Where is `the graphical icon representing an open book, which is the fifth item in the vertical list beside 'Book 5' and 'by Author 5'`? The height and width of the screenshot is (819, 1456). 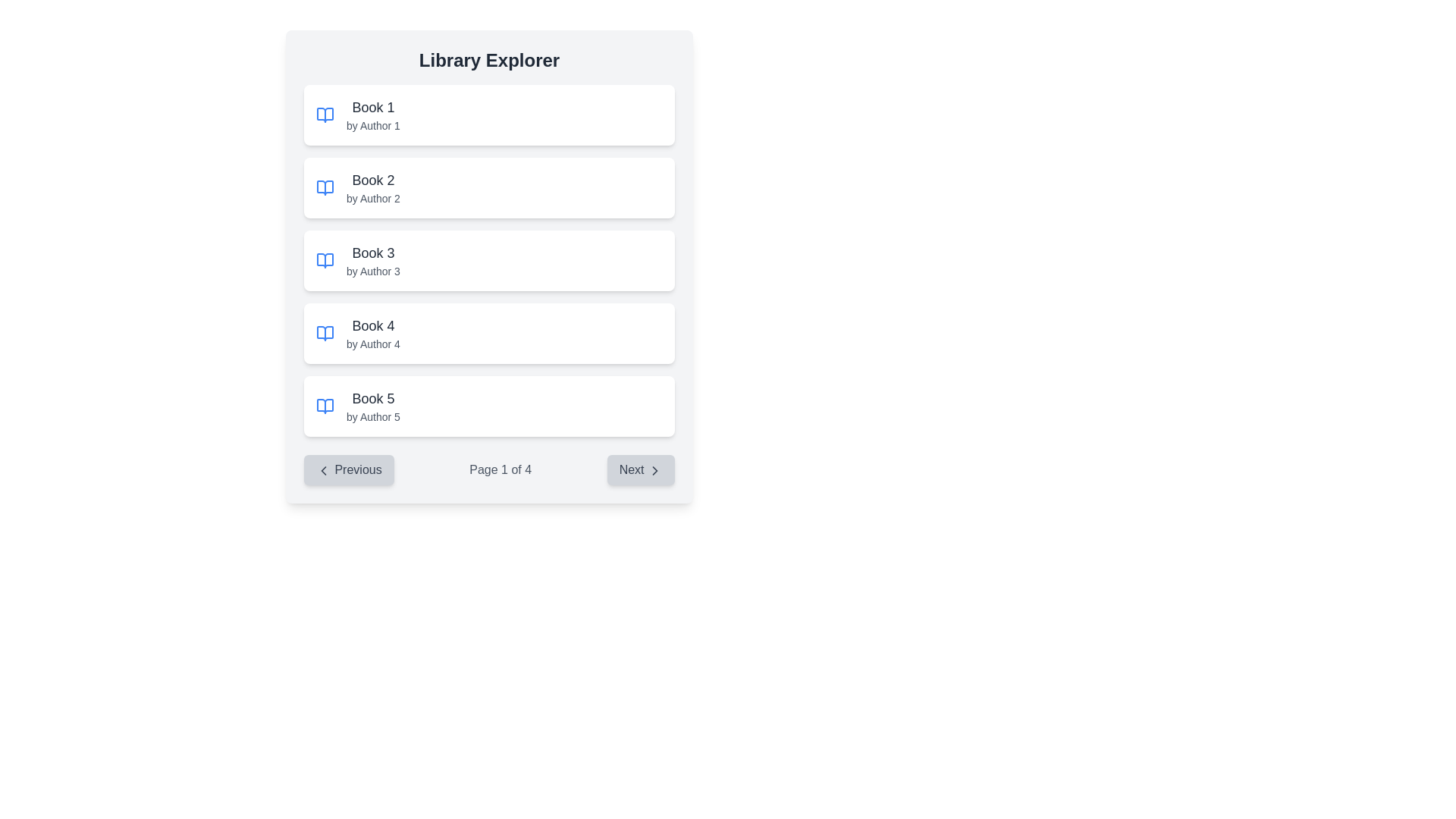
the graphical icon representing an open book, which is the fifth item in the vertical list beside 'Book 5' and 'by Author 5' is located at coordinates (324, 406).